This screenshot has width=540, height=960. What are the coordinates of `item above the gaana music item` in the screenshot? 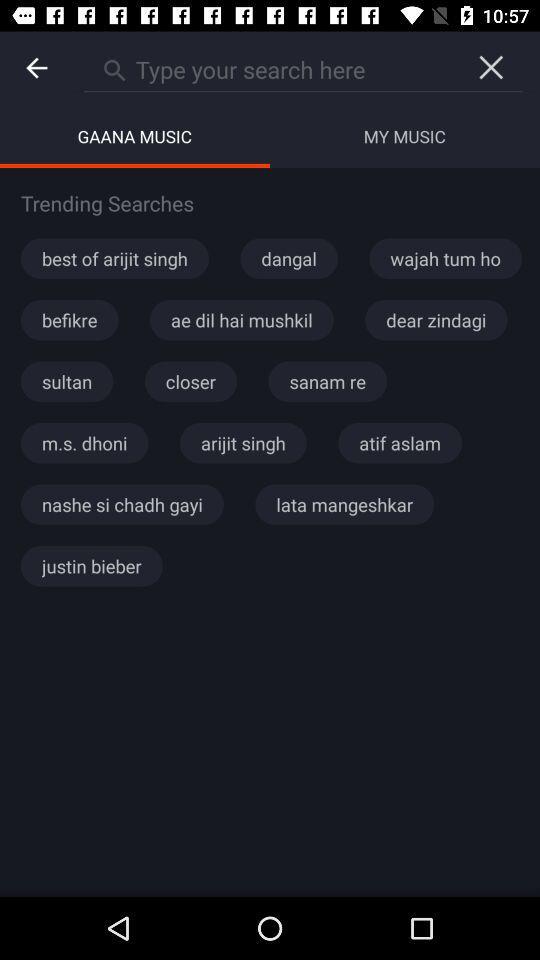 It's located at (36, 68).